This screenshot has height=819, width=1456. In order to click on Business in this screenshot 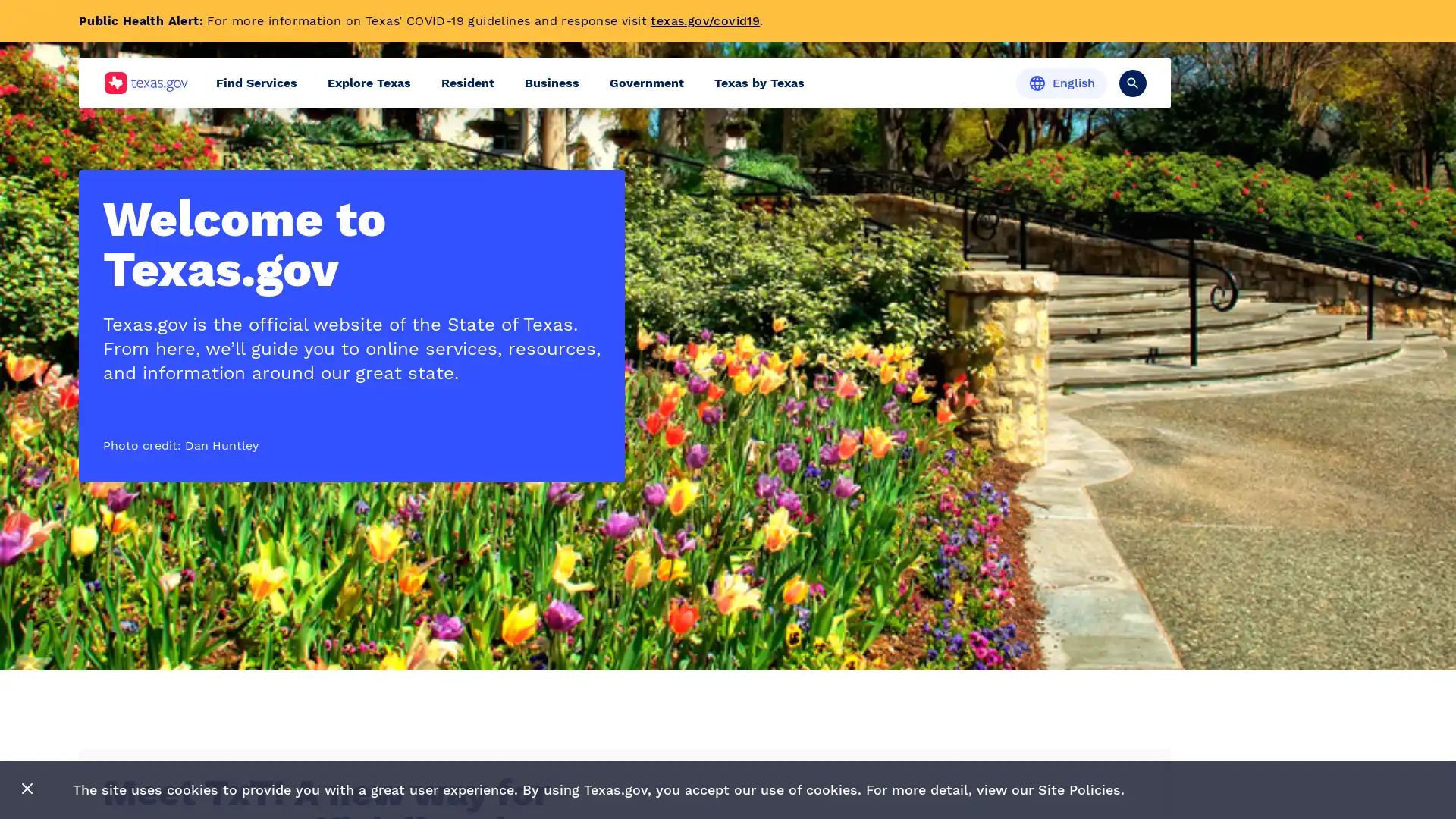, I will do `click(551, 83)`.